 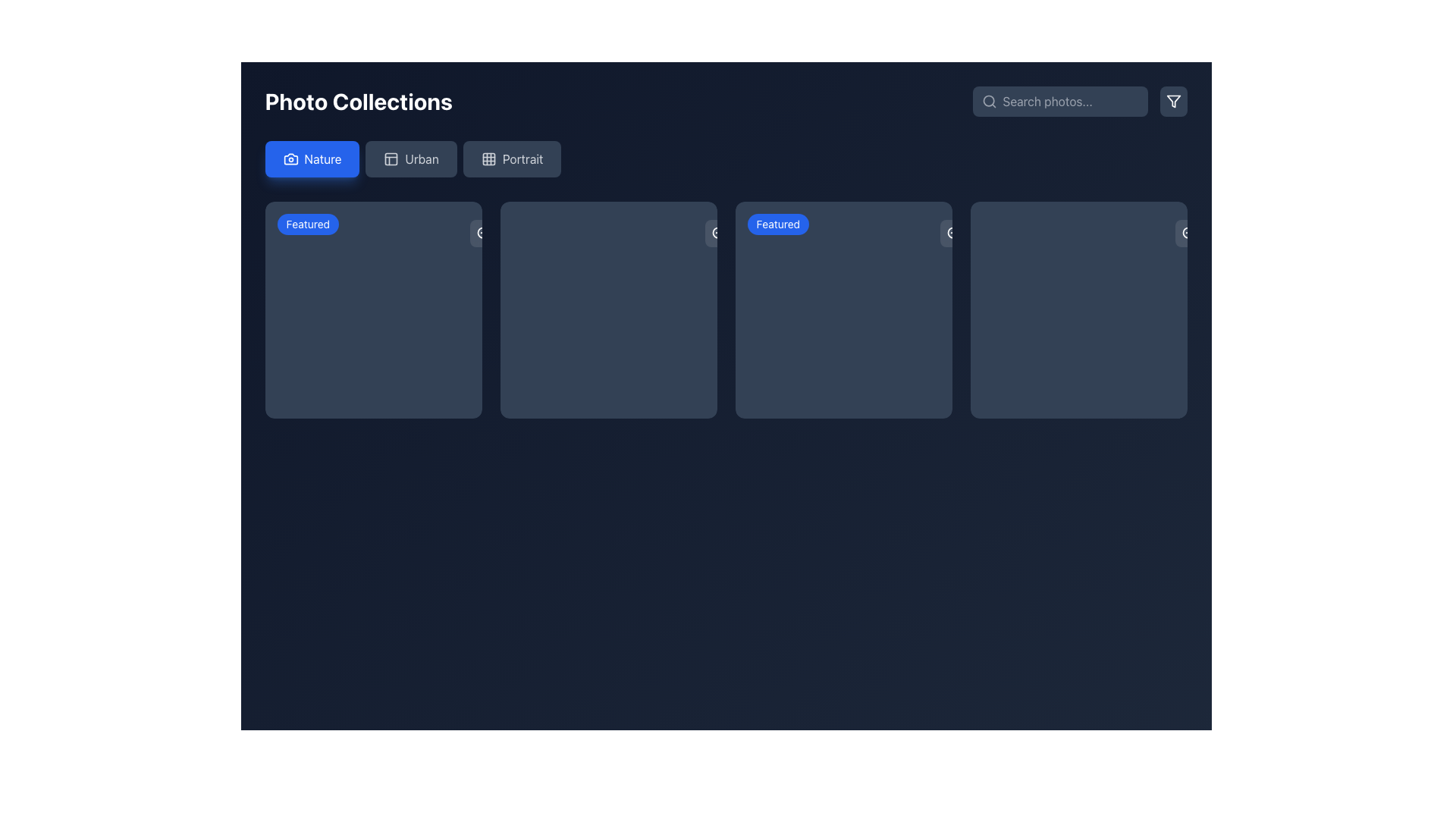 I want to click on the 'Urban' button, which is the second category button from the left in a row of three category buttons labeled 'Nature,' 'Urban,' and 'Portrait.' The button is rounded rectangular with light gray text on a dark gray background, so click(x=422, y=158).